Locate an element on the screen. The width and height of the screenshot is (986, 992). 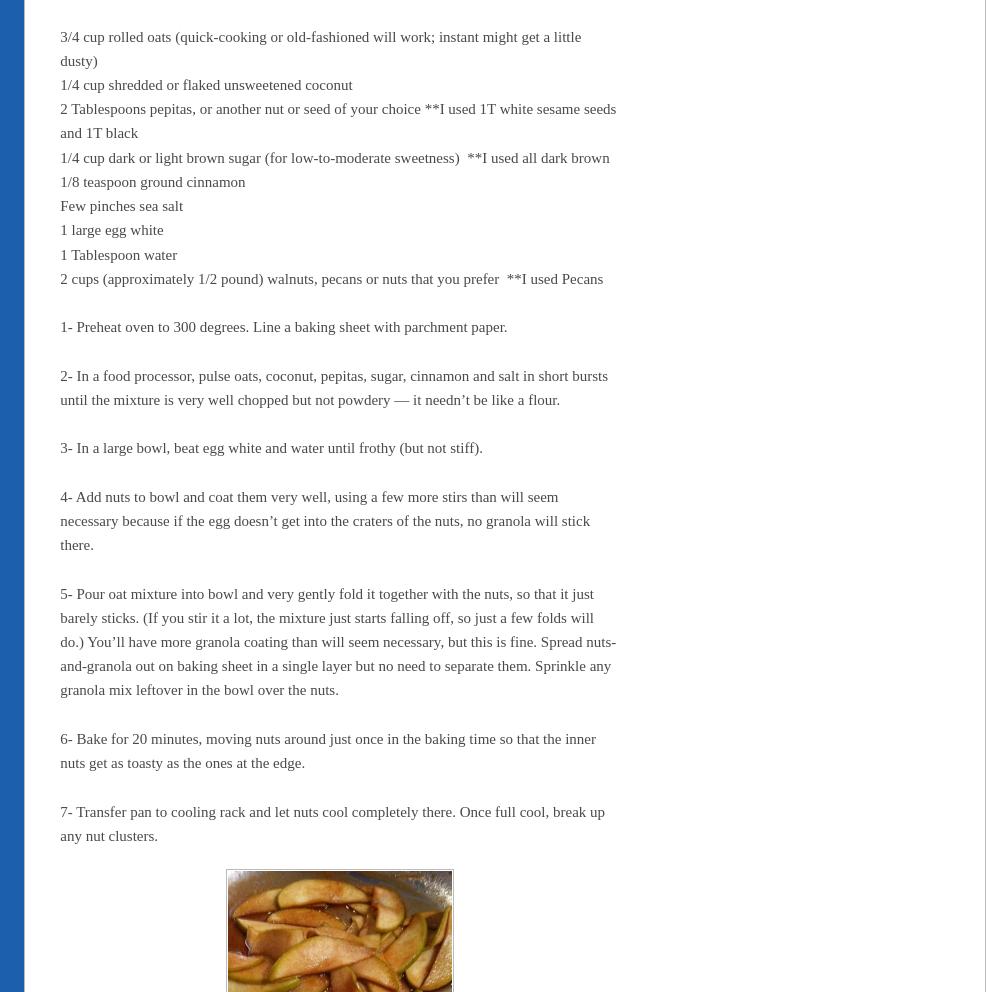
'4- Add nuts to bowl and coat them very well, using a few more stirs than will seem necessary because if the egg doesn’t get into the craters of the nuts, no granola will stick there.' is located at coordinates (324, 519).